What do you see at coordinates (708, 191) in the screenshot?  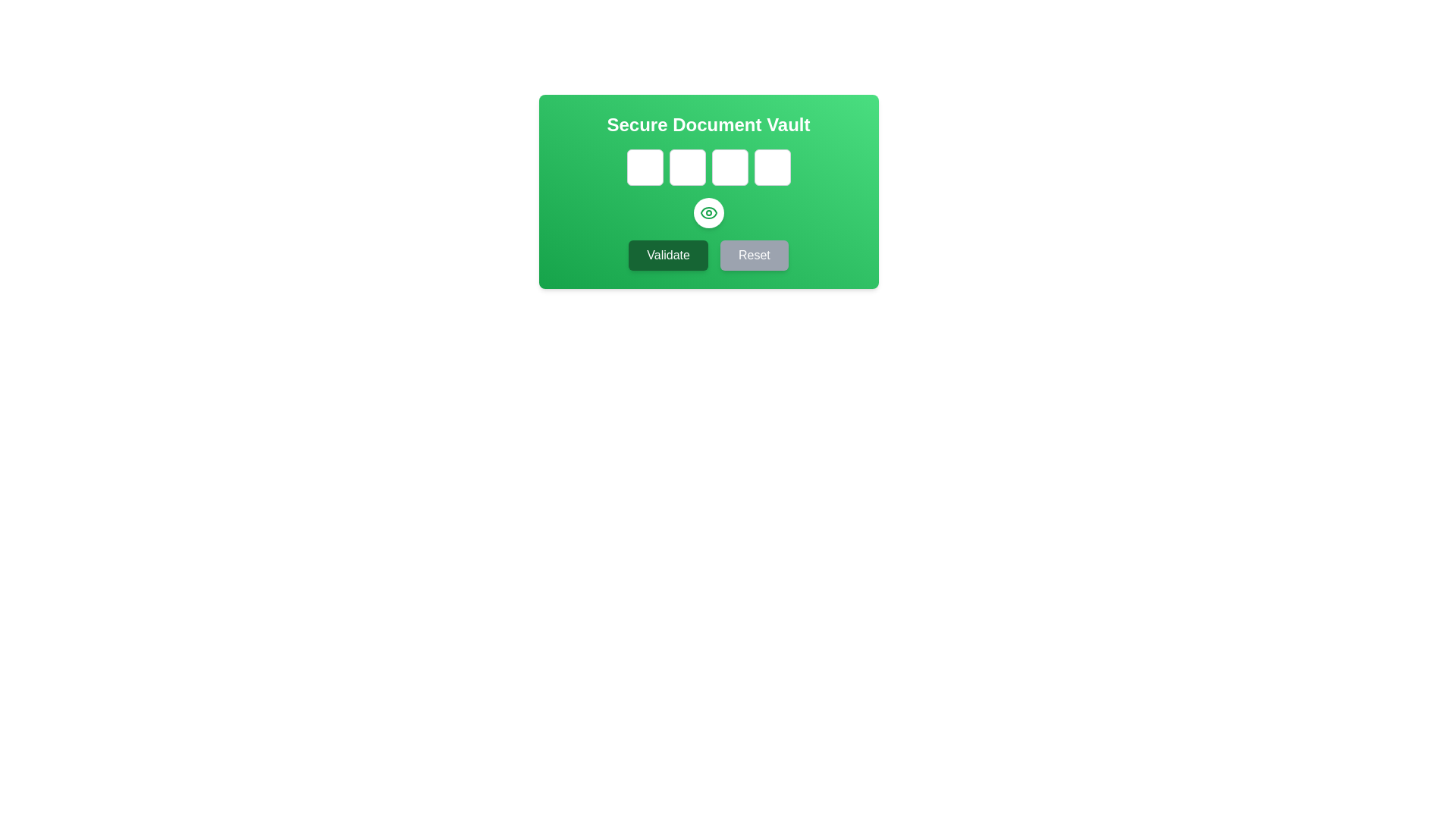 I see `the circular button with a white background and a green border containing an eye icon` at bounding box center [708, 191].